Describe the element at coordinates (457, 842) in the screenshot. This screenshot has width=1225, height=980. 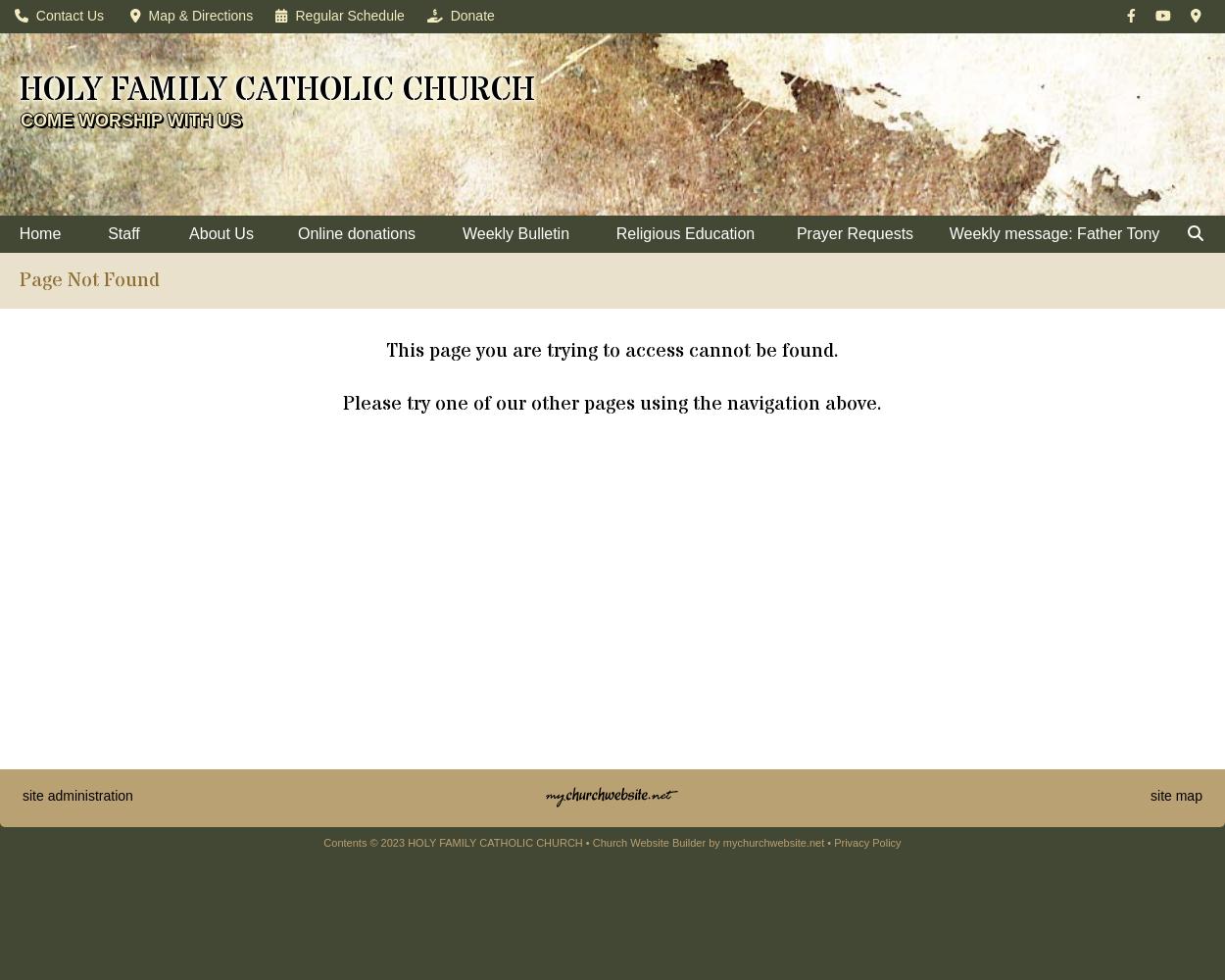
I see `'Contents © 2023 HOLY FAMILY CATHOLIC CHURCH •'` at that location.